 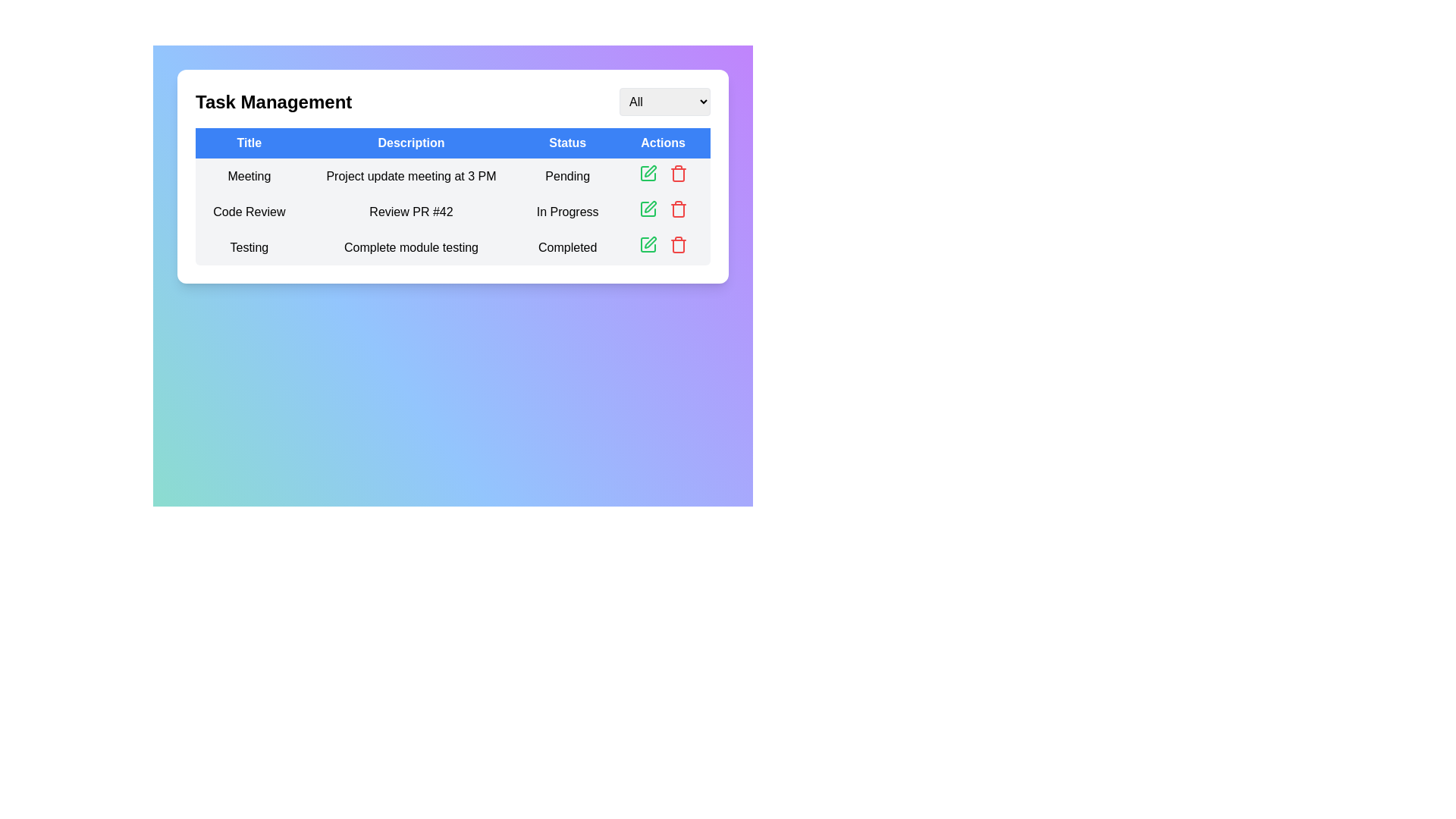 I want to click on the static text element acting as the header for the table column that lists the titles of the tasks, located at the first cell from the left in the header row of the table, so click(x=249, y=143).